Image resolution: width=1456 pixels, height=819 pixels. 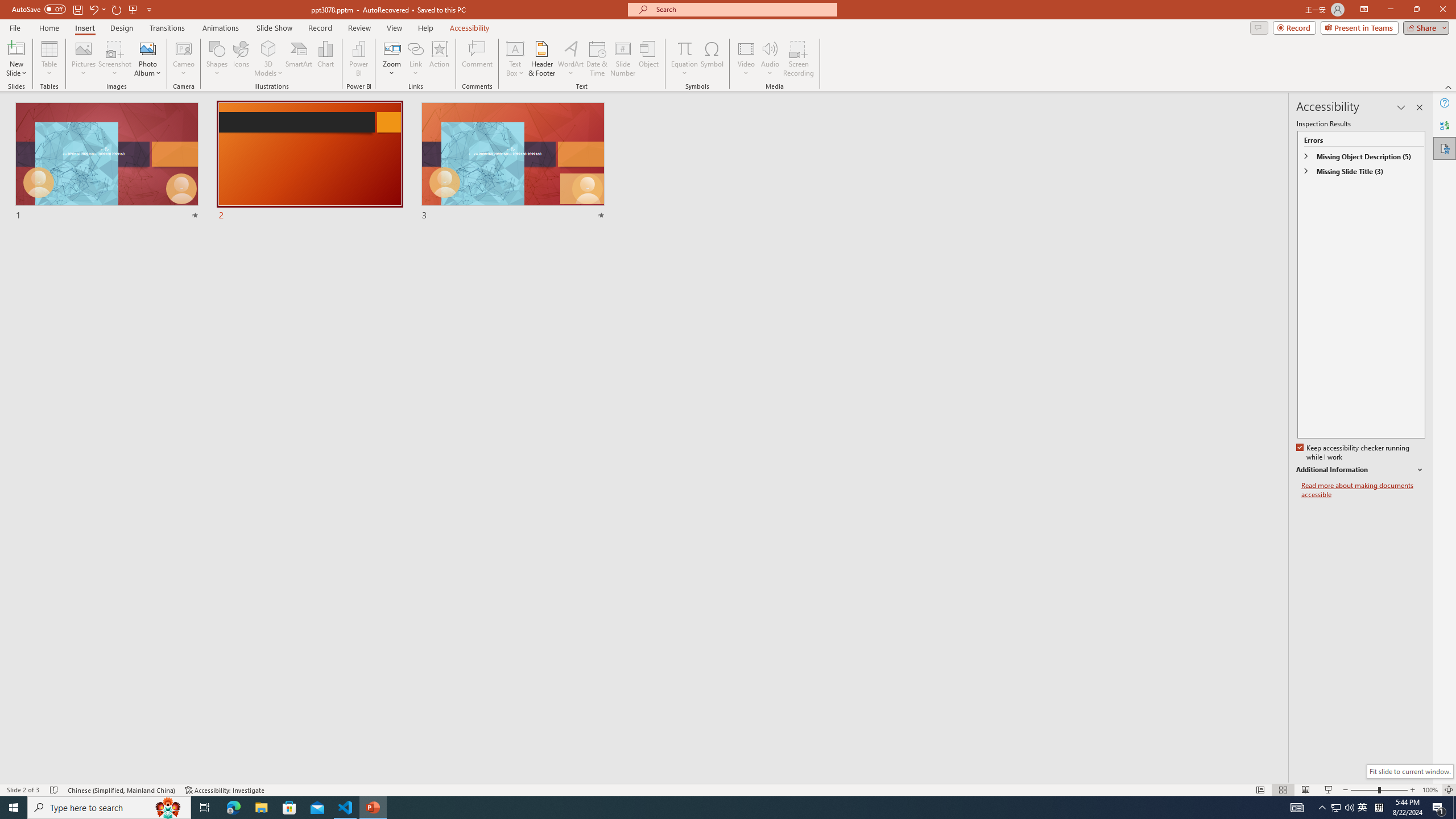 I want to click on 'Keep accessibility checker running while I work', so click(x=1354, y=453).